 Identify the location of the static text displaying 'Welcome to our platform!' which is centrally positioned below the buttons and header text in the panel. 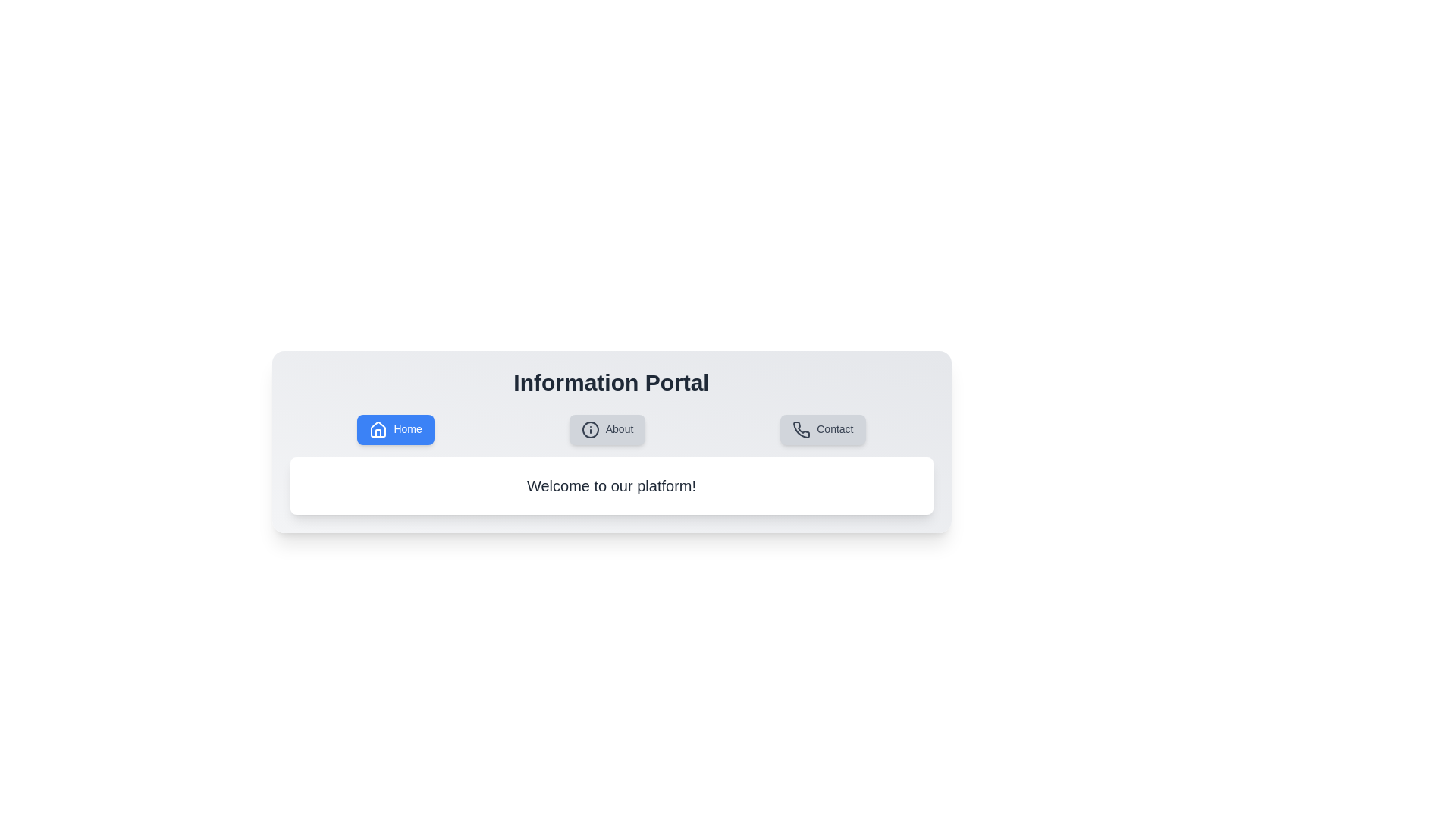
(611, 485).